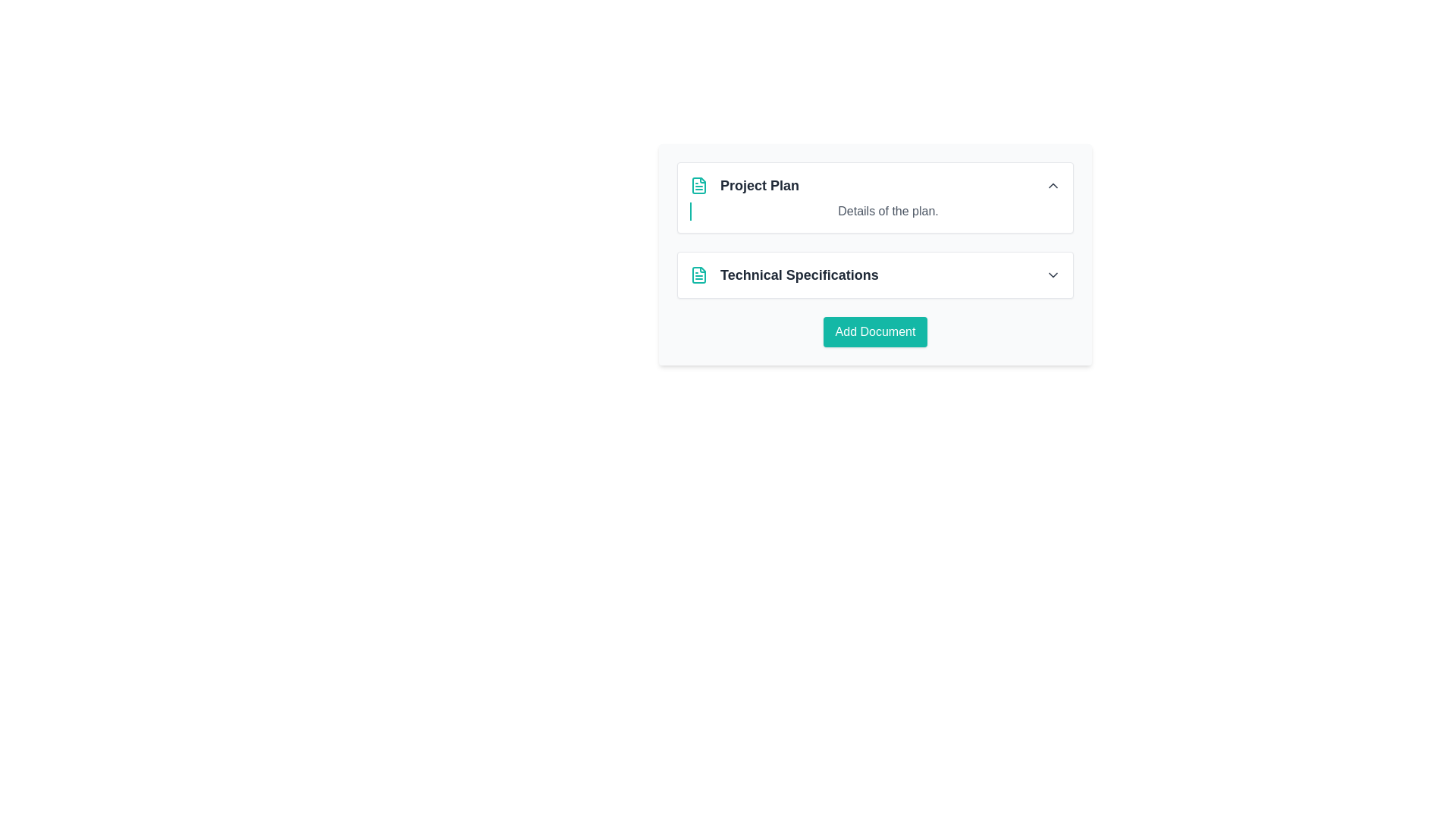 The height and width of the screenshot is (819, 1456). Describe the element at coordinates (784, 275) in the screenshot. I see `the Static Label element, which serves as a title or heading for a section detailing technical specifications, located below the 'Project Plan' element` at that location.